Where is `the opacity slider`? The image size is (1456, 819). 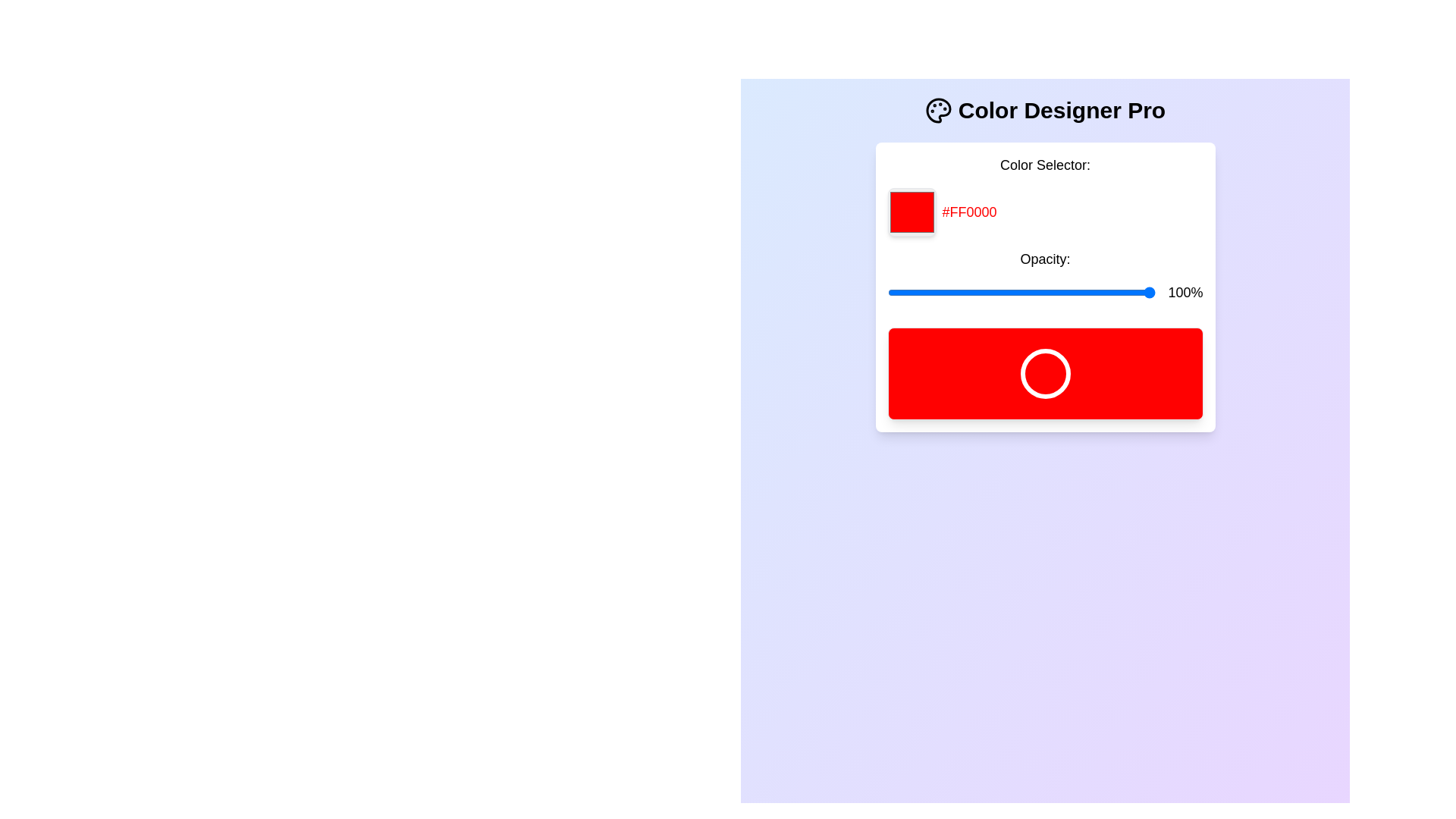
the opacity slider is located at coordinates (981, 292).